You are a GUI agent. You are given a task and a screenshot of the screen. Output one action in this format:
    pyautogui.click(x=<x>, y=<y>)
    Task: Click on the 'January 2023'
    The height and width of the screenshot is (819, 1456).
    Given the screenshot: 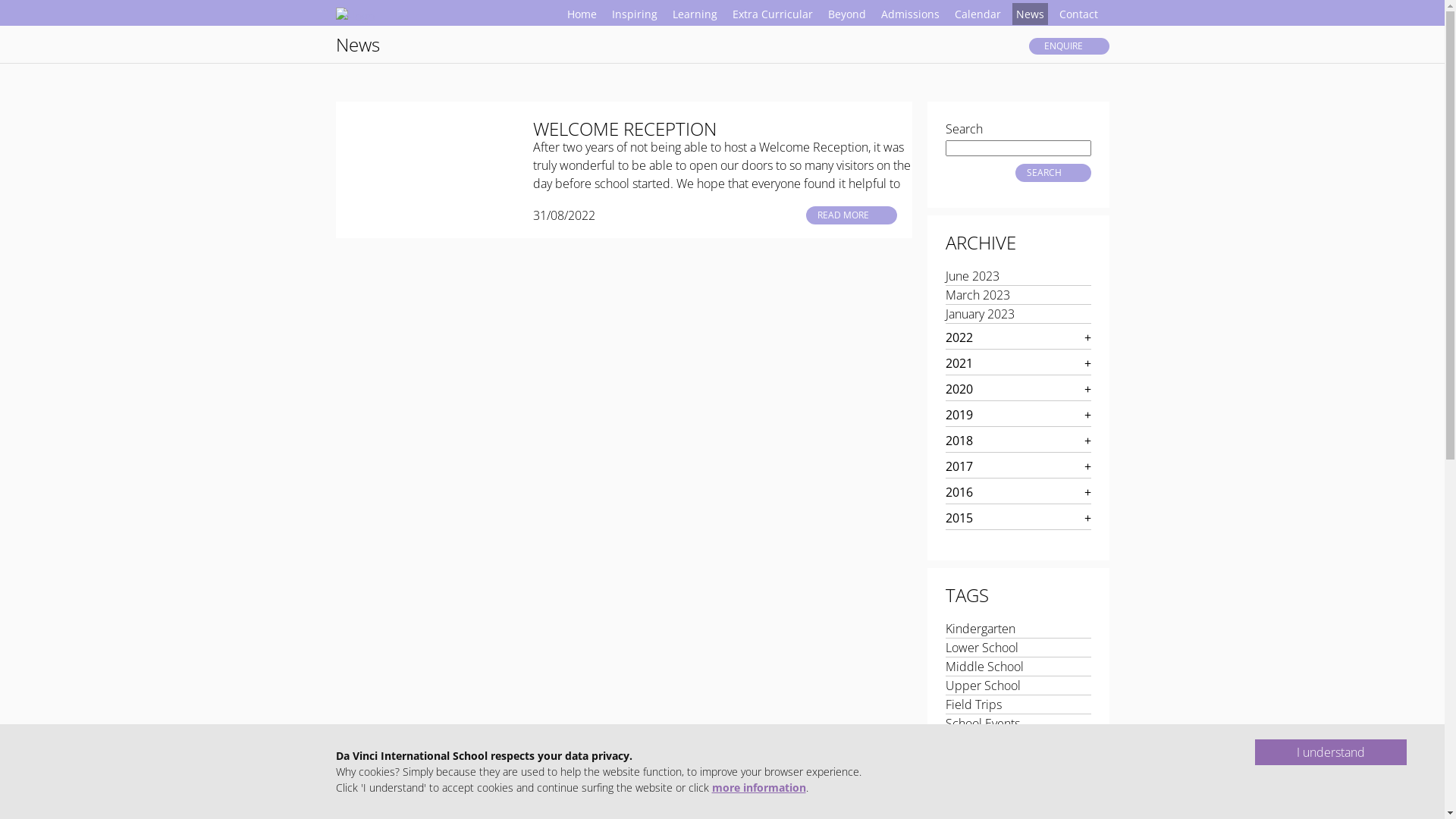 What is the action you would take?
    pyautogui.click(x=979, y=312)
    